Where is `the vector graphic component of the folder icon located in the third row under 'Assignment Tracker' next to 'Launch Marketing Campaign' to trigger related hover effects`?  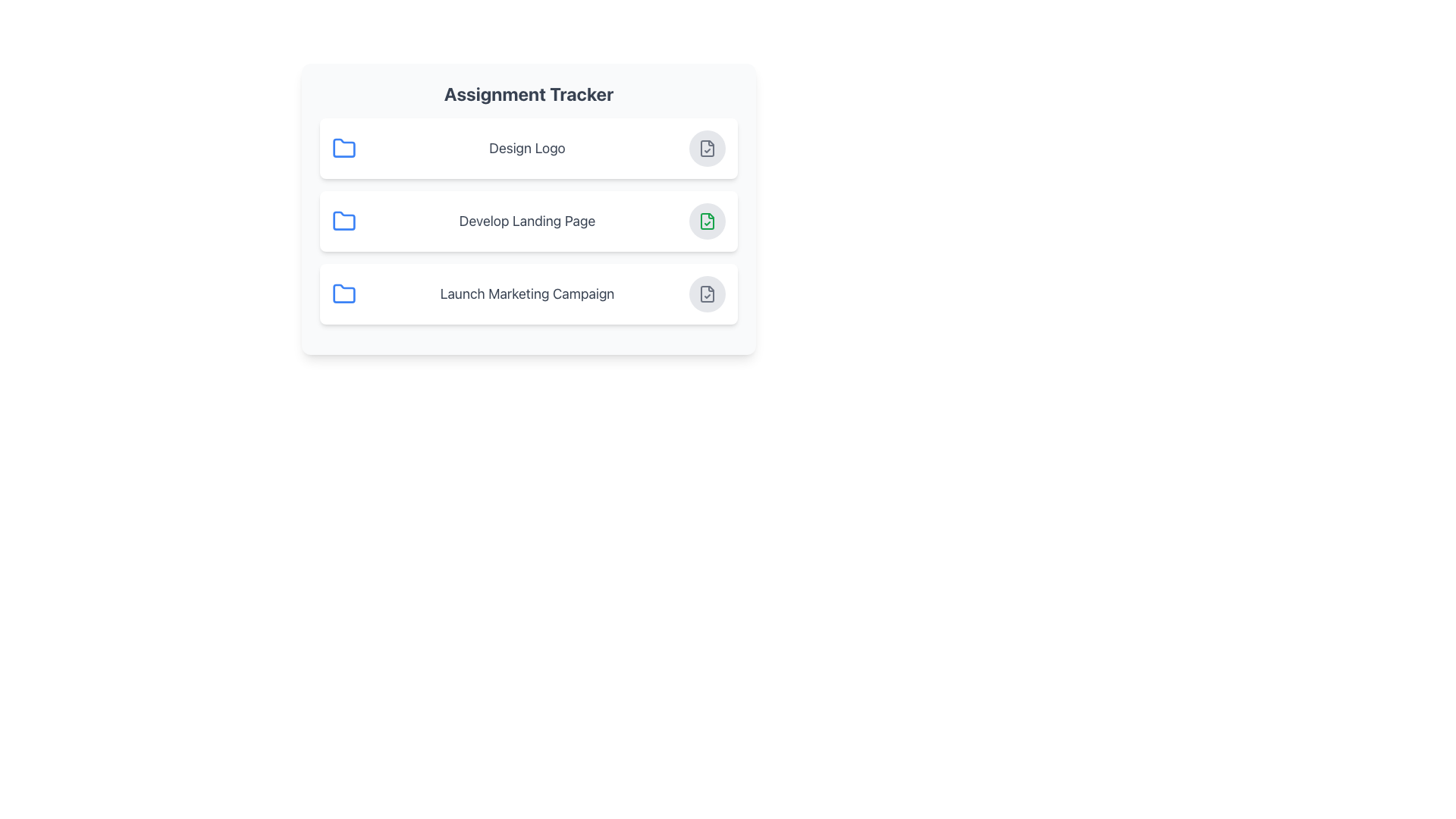 the vector graphic component of the folder icon located in the third row under 'Assignment Tracker' next to 'Launch Marketing Campaign' to trigger related hover effects is located at coordinates (344, 293).